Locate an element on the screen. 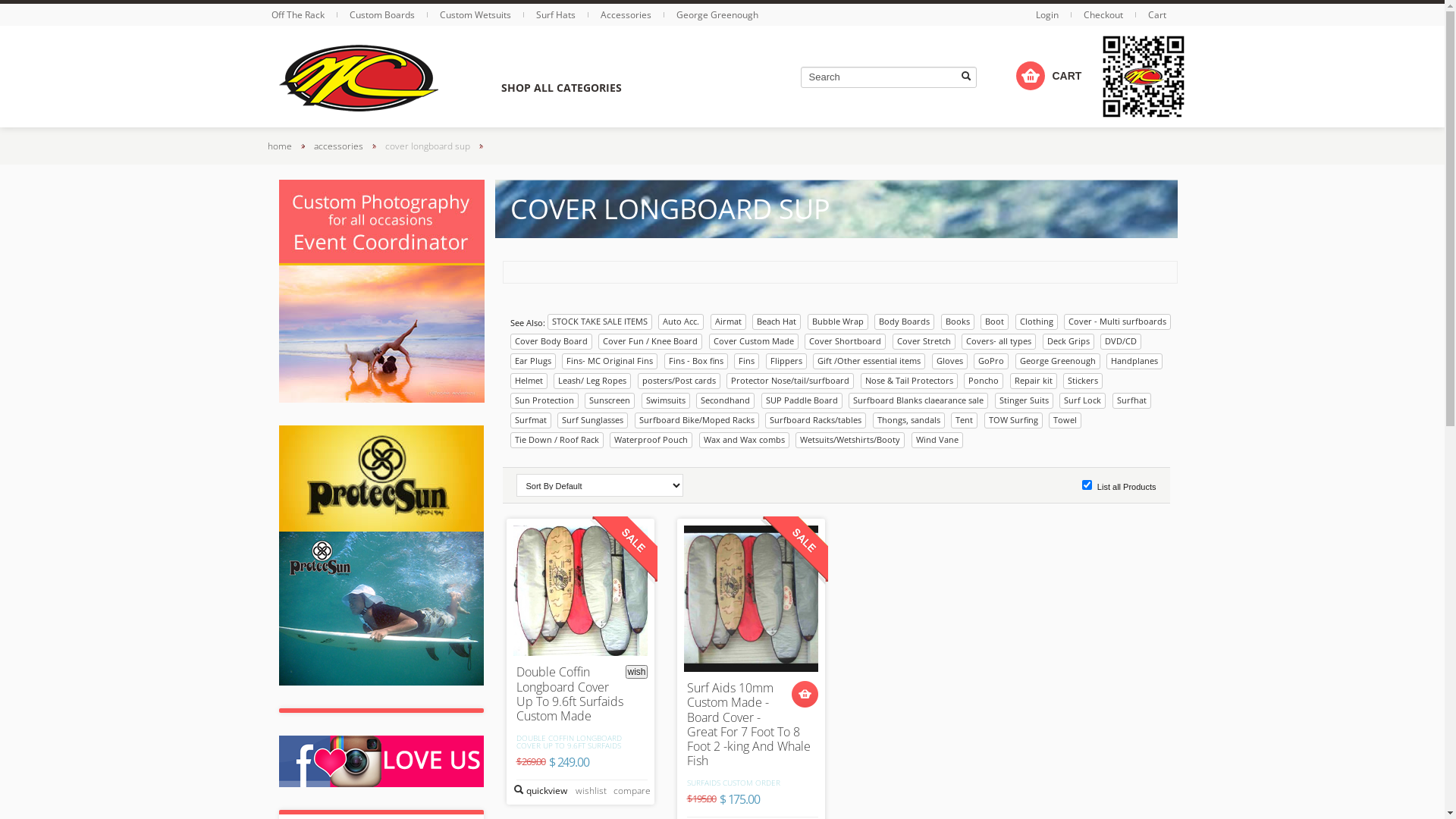 Image resolution: width=1456 pixels, height=819 pixels. 'Handplanes' is located at coordinates (1134, 361).